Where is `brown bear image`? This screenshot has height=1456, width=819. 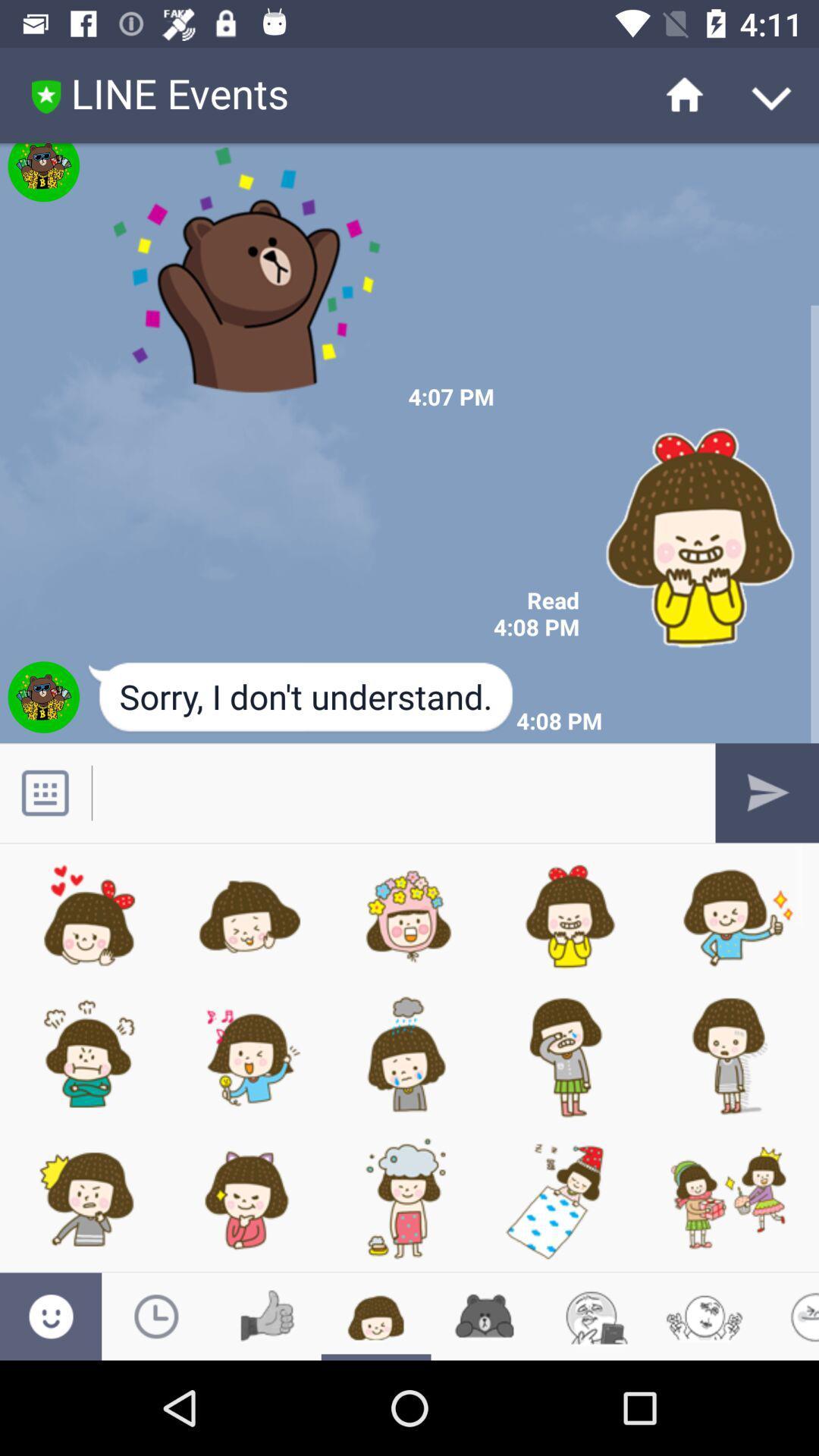 brown bear image is located at coordinates (247, 277).